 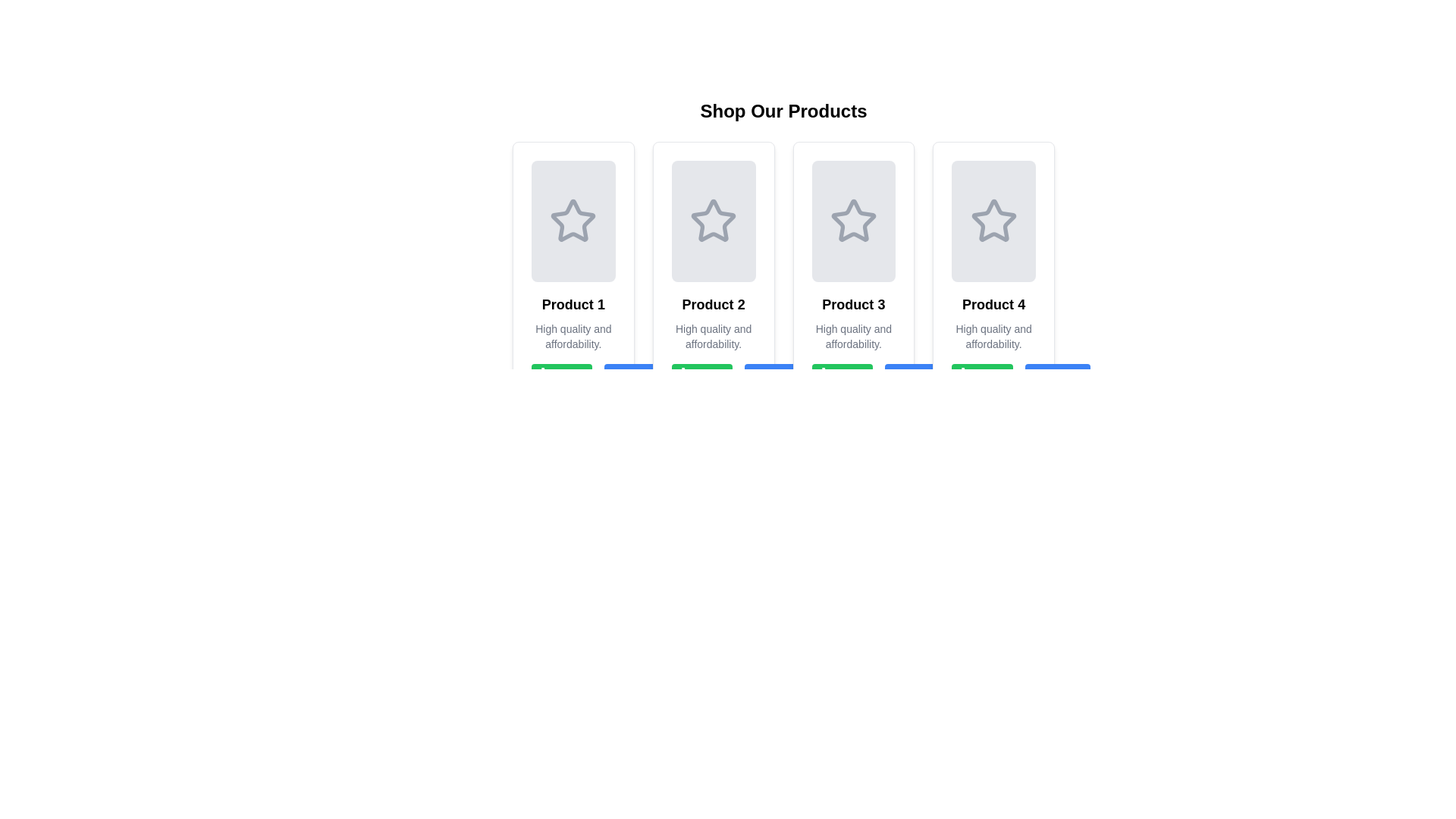 I want to click on the clickable text indicator within the button for 'Product 4', so click(x=1067, y=375).